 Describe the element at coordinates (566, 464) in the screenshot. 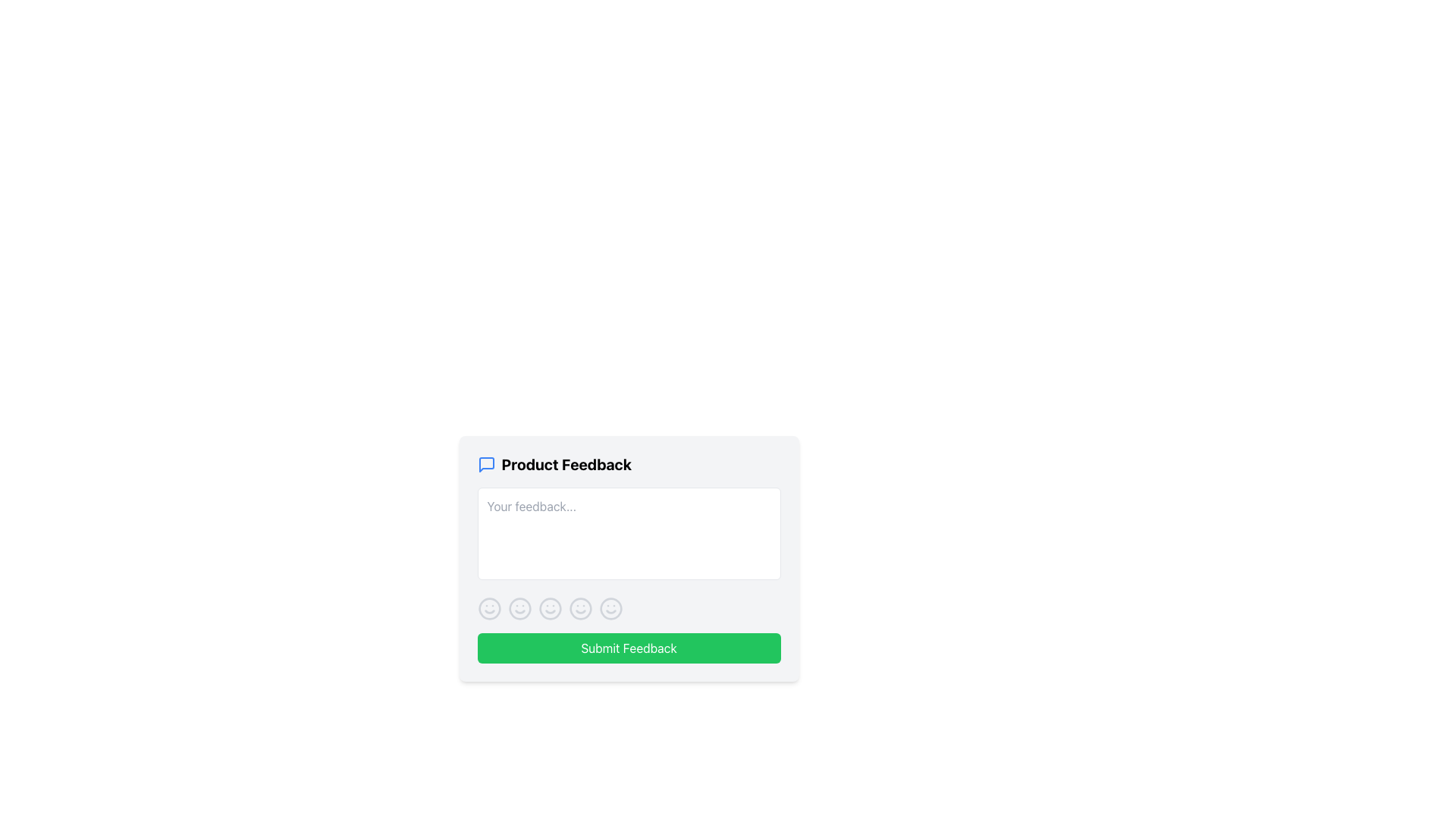

I see `text from the header of the feedback section, which is a title indicating its purpose and guiding the user to enter feedback. This title is located at the top of the feedback form section, to the right of a message square icon` at that location.